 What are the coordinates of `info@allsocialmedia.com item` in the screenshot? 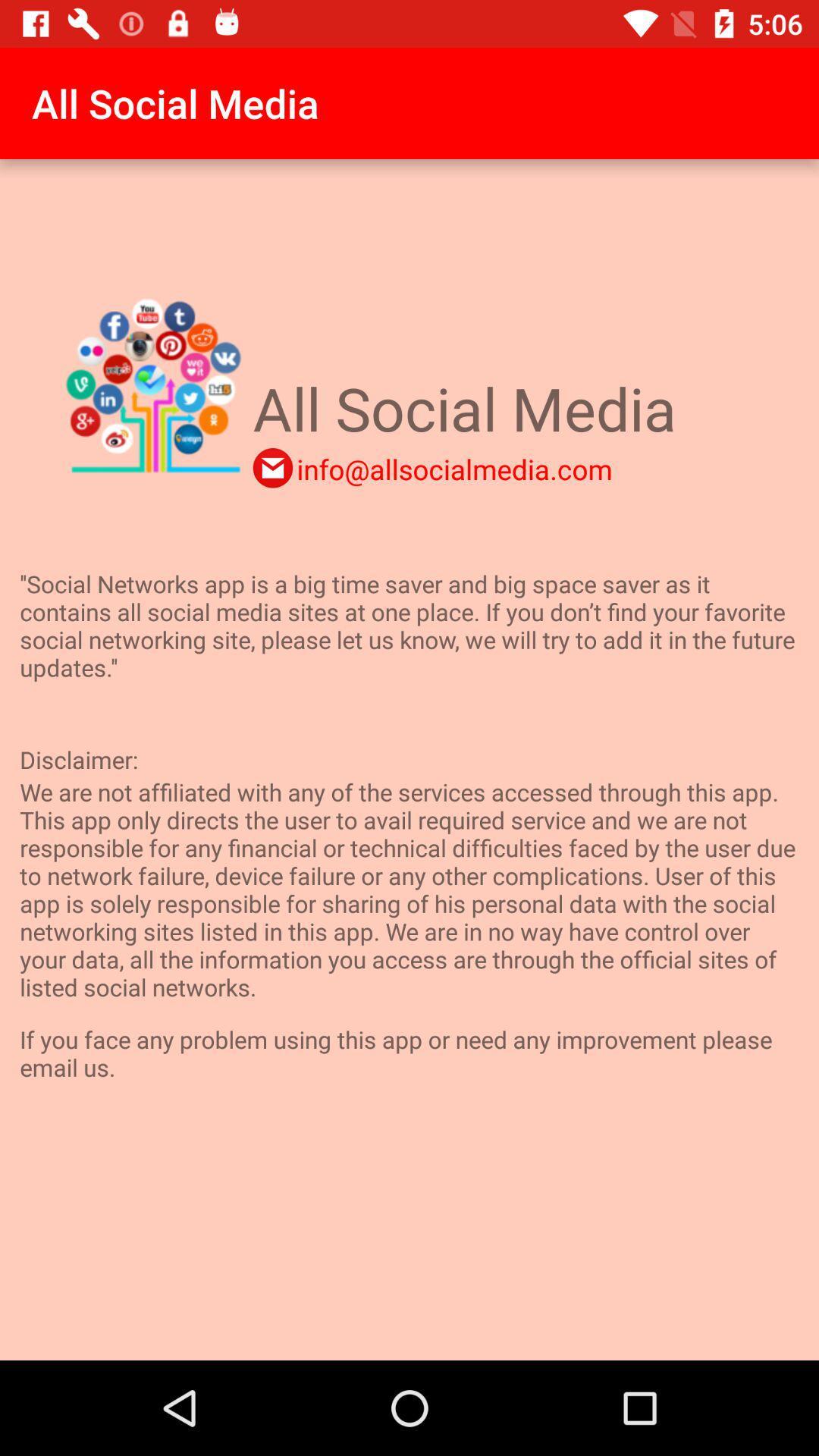 It's located at (453, 468).